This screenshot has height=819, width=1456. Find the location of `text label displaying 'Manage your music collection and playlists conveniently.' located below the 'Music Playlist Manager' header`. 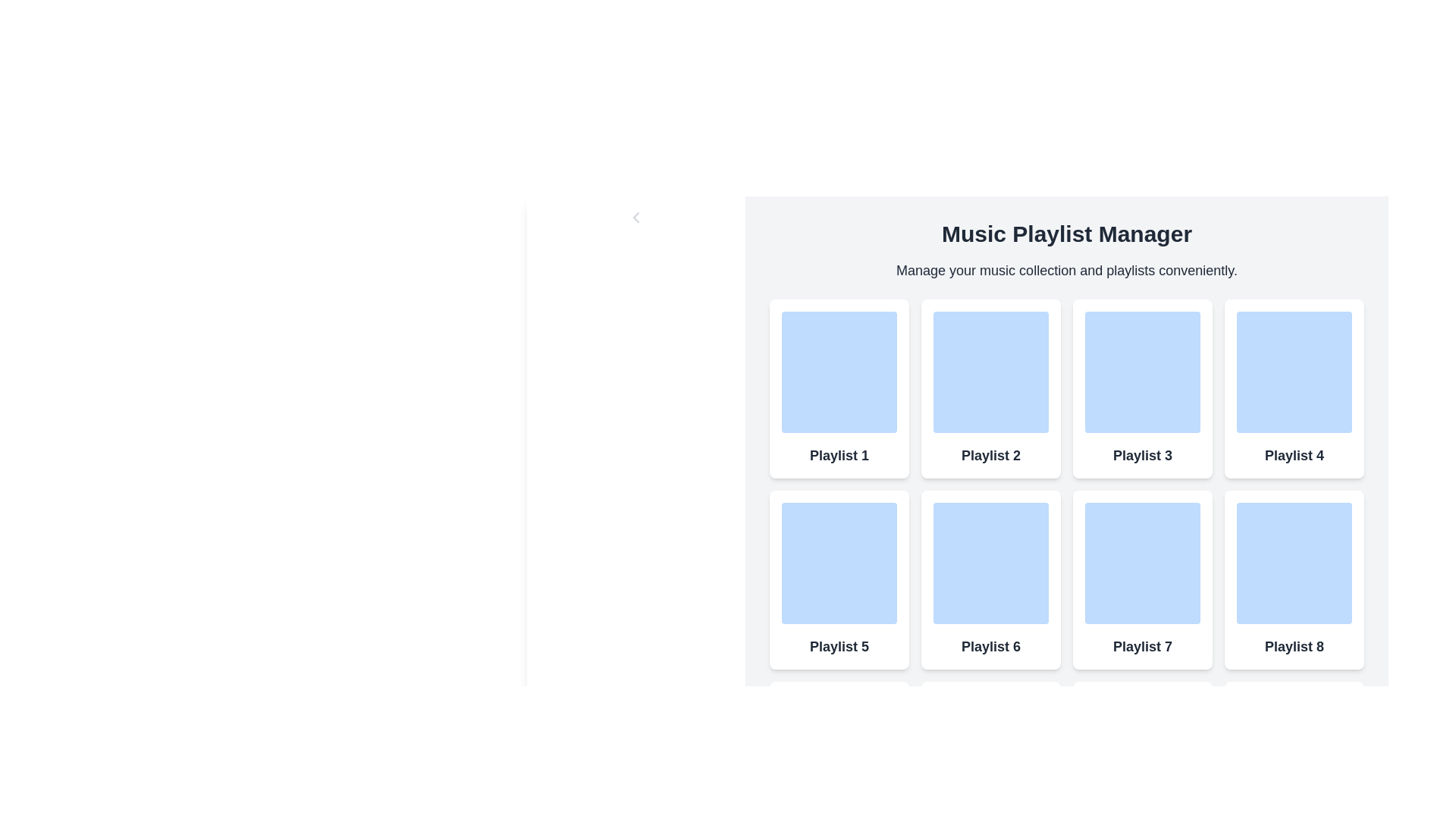

text label displaying 'Manage your music collection and playlists conveniently.' located below the 'Music Playlist Manager' header is located at coordinates (1065, 270).